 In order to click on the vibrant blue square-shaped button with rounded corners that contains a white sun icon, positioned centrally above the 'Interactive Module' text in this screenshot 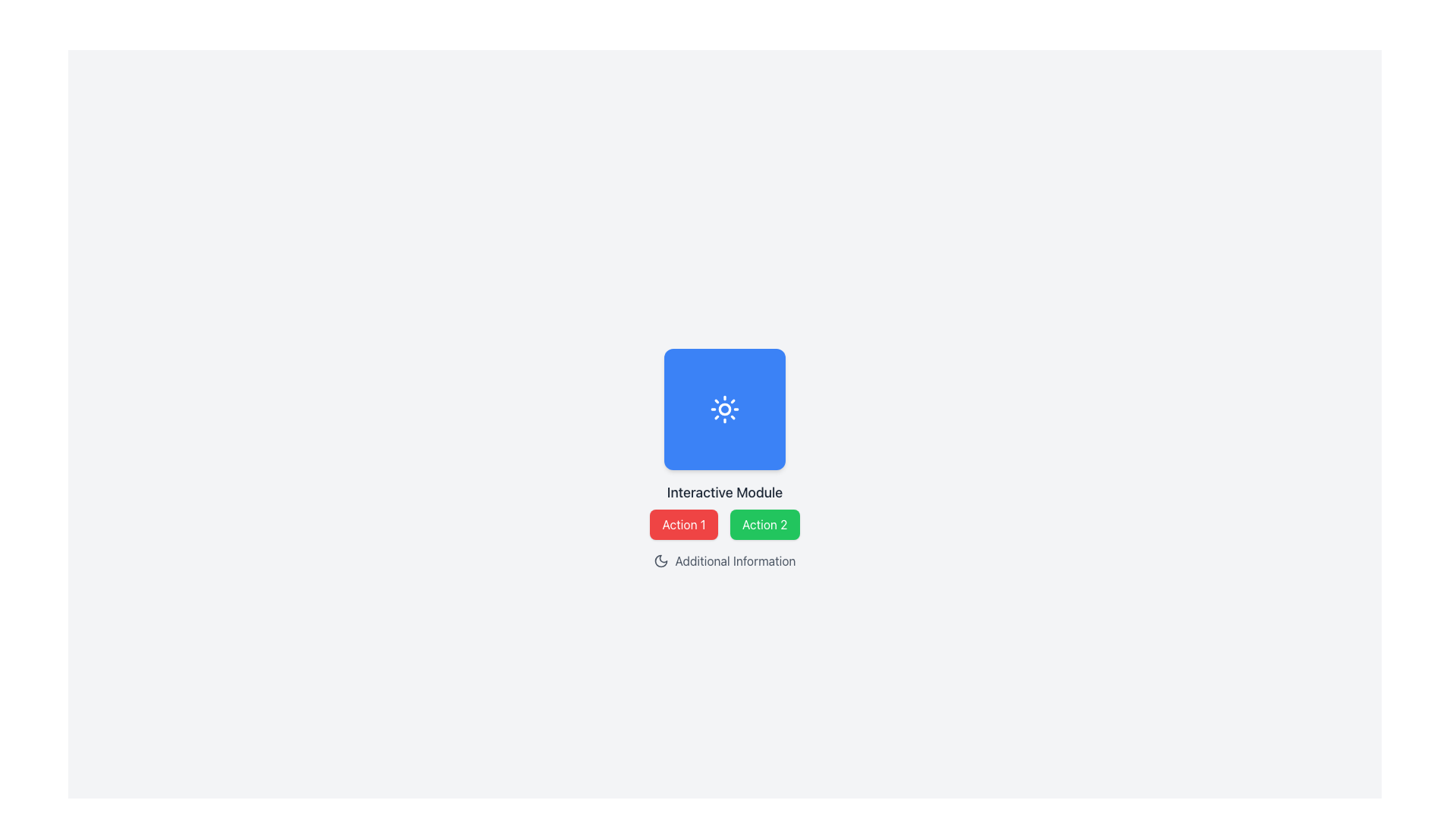, I will do `click(723, 409)`.